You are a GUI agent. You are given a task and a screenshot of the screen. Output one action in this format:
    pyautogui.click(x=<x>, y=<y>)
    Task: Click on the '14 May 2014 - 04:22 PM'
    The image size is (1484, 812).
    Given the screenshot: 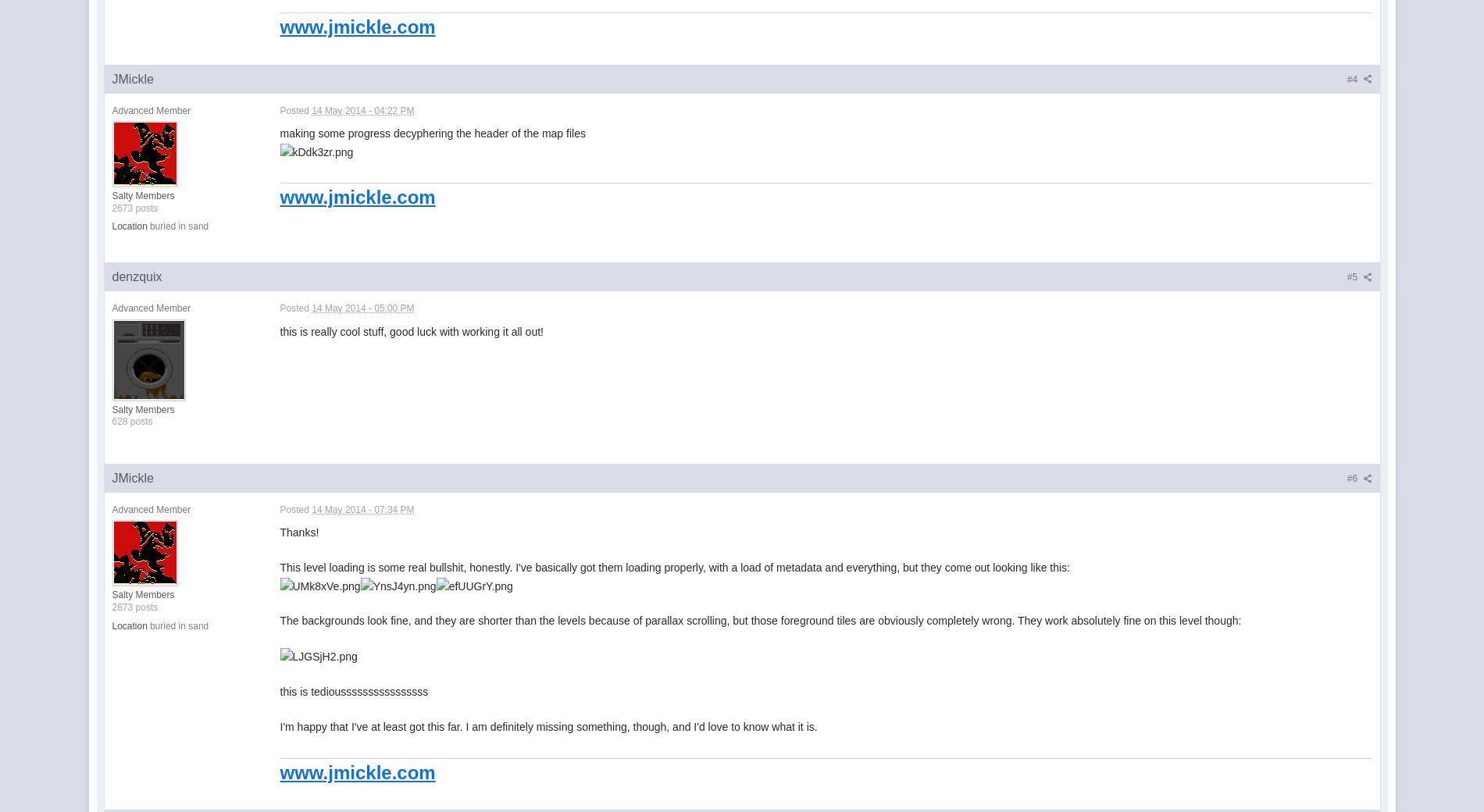 What is the action you would take?
    pyautogui.click(x=311, y=110)
    